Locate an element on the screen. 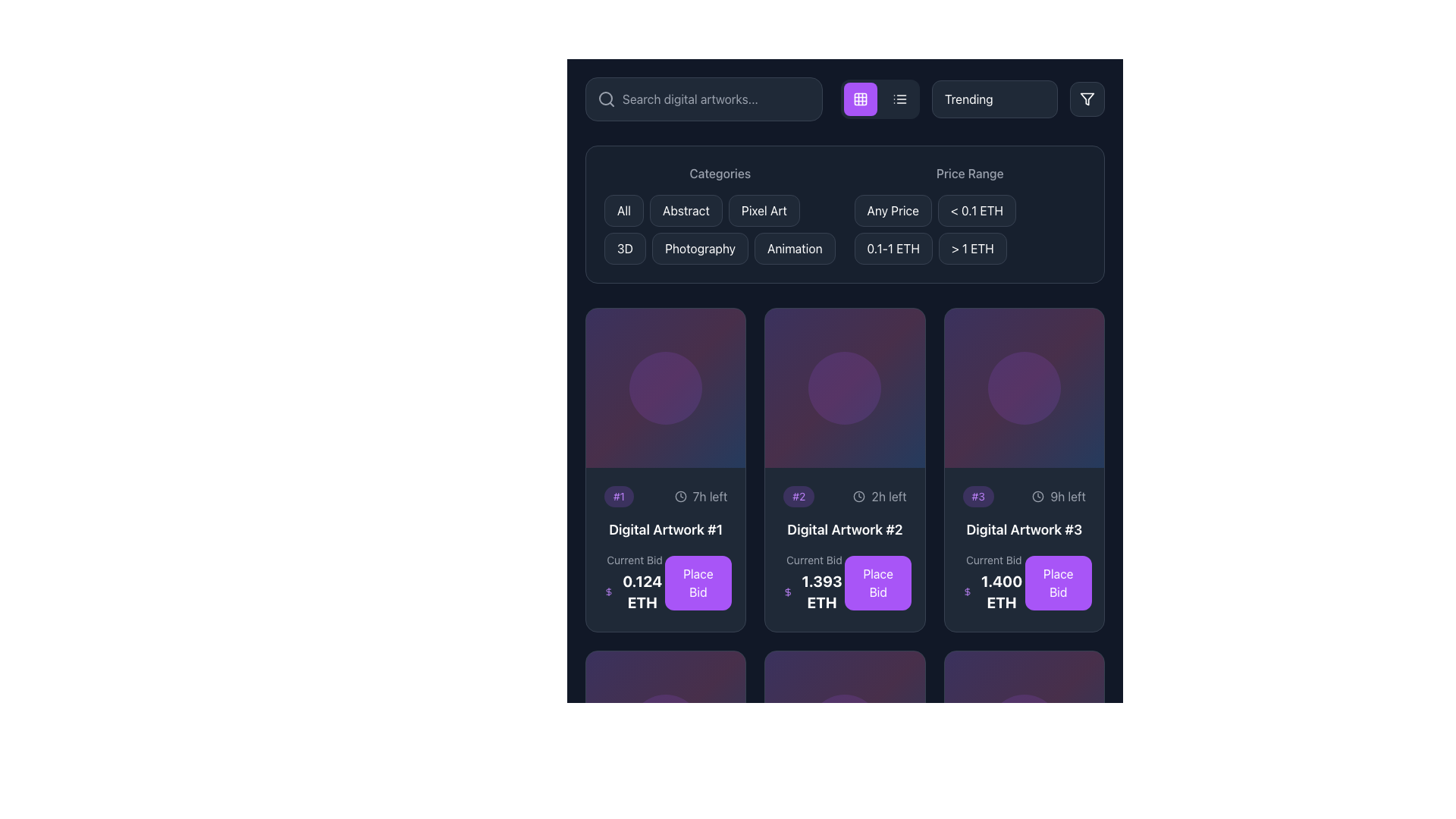 The height and width of the screenshot is (819, 1456). the interactive panel displaying the current bid value and the 'Place Bid' button for the item labeled 'Digital Artwork #1' is located at coordinates (666, 582).